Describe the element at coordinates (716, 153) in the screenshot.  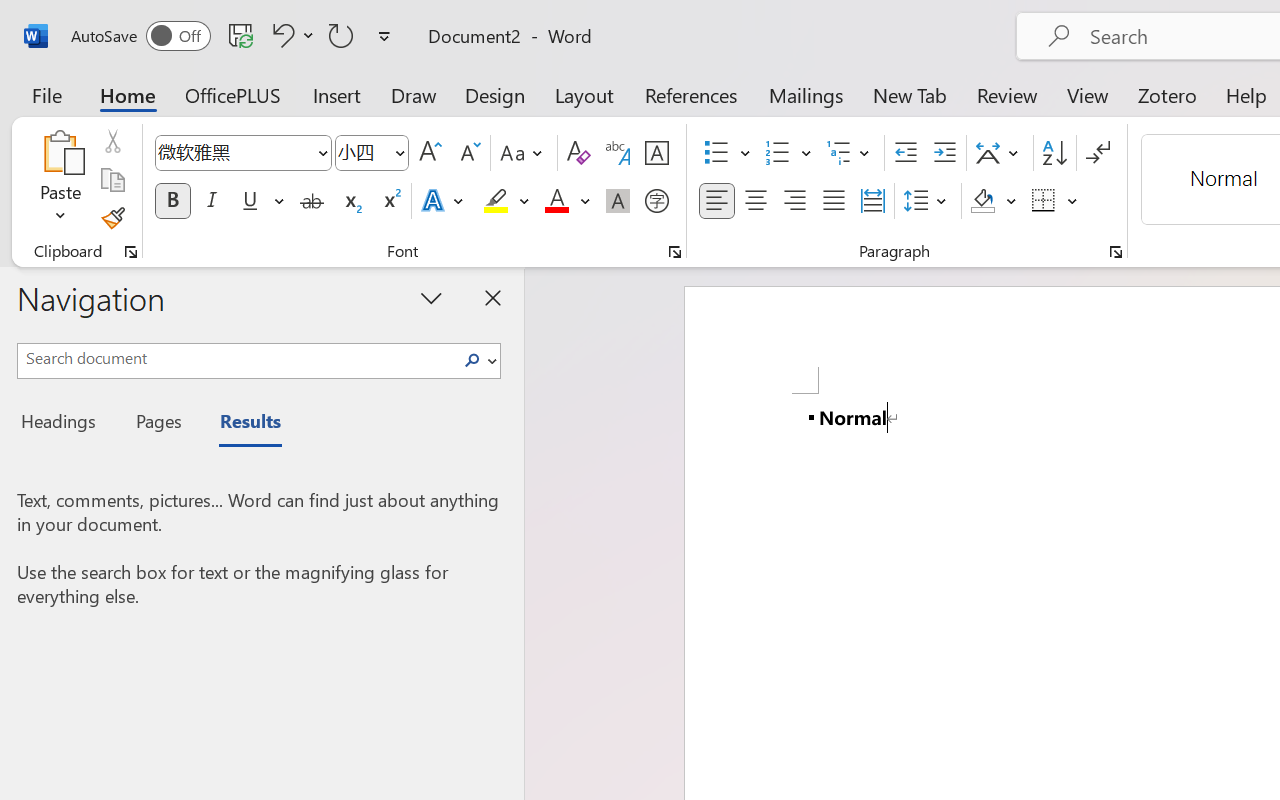
I see `'Bullets'` at that location.